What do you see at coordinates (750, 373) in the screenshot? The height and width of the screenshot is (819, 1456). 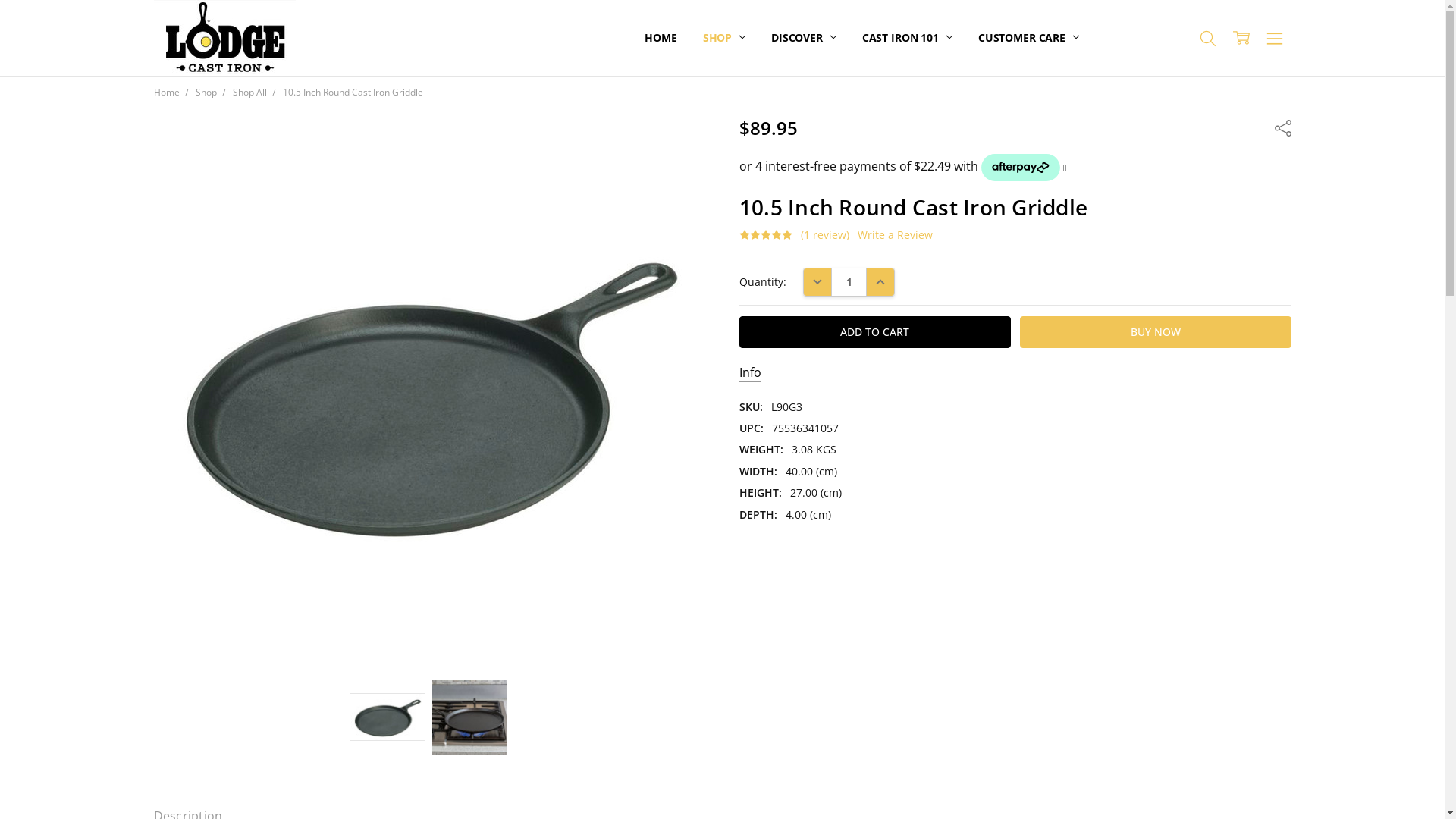 I see `'Info'` at bounding box center [750, 373].